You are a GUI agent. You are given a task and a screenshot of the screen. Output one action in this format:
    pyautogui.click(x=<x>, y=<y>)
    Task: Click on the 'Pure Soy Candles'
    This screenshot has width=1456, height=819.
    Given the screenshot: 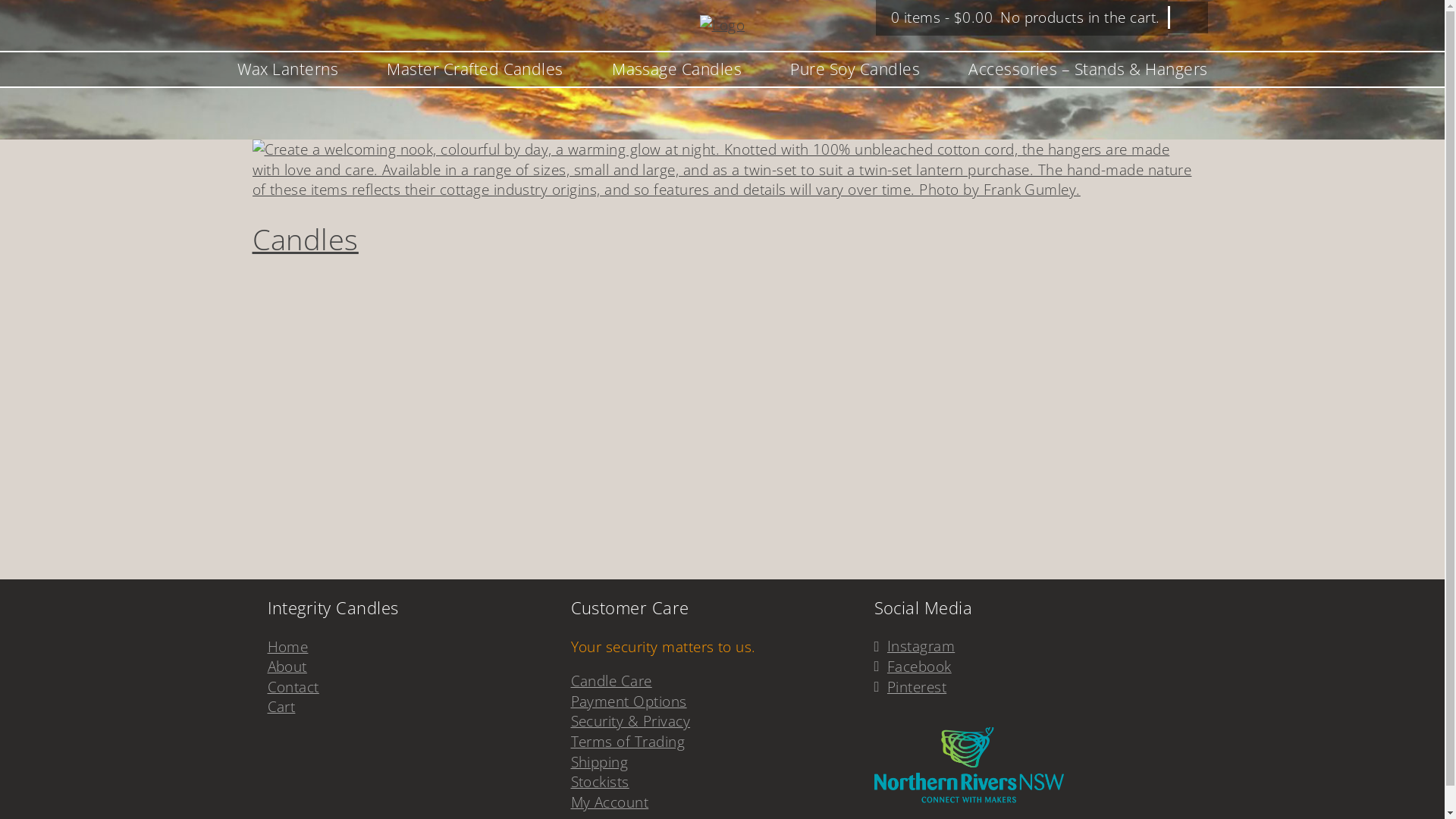 What is the action you would take?
    pyautogui.click(x=789, y=69)
    